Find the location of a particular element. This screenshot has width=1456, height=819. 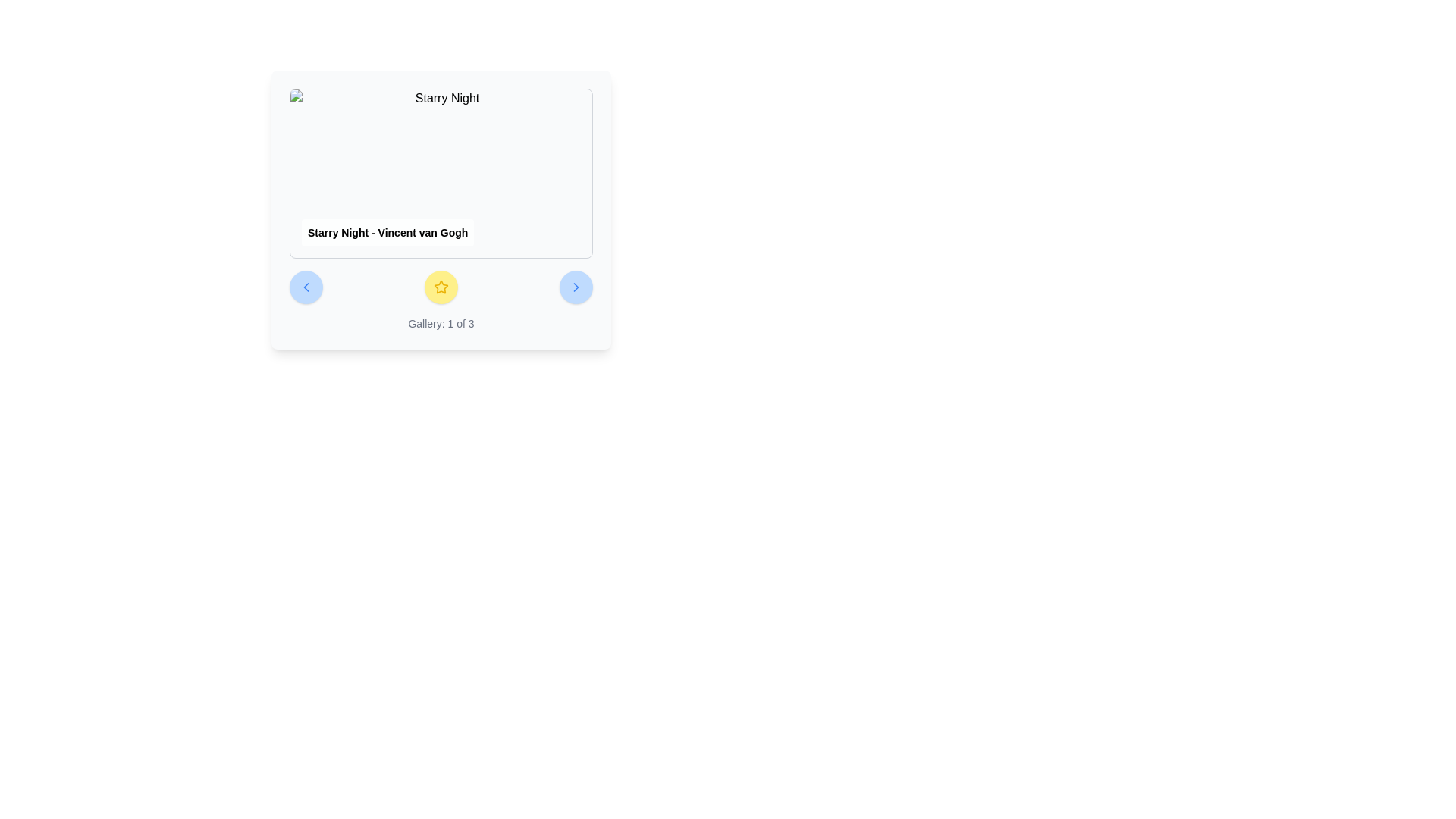

the yellow star icon button with a hollow center is located at coordinates (440, 287).